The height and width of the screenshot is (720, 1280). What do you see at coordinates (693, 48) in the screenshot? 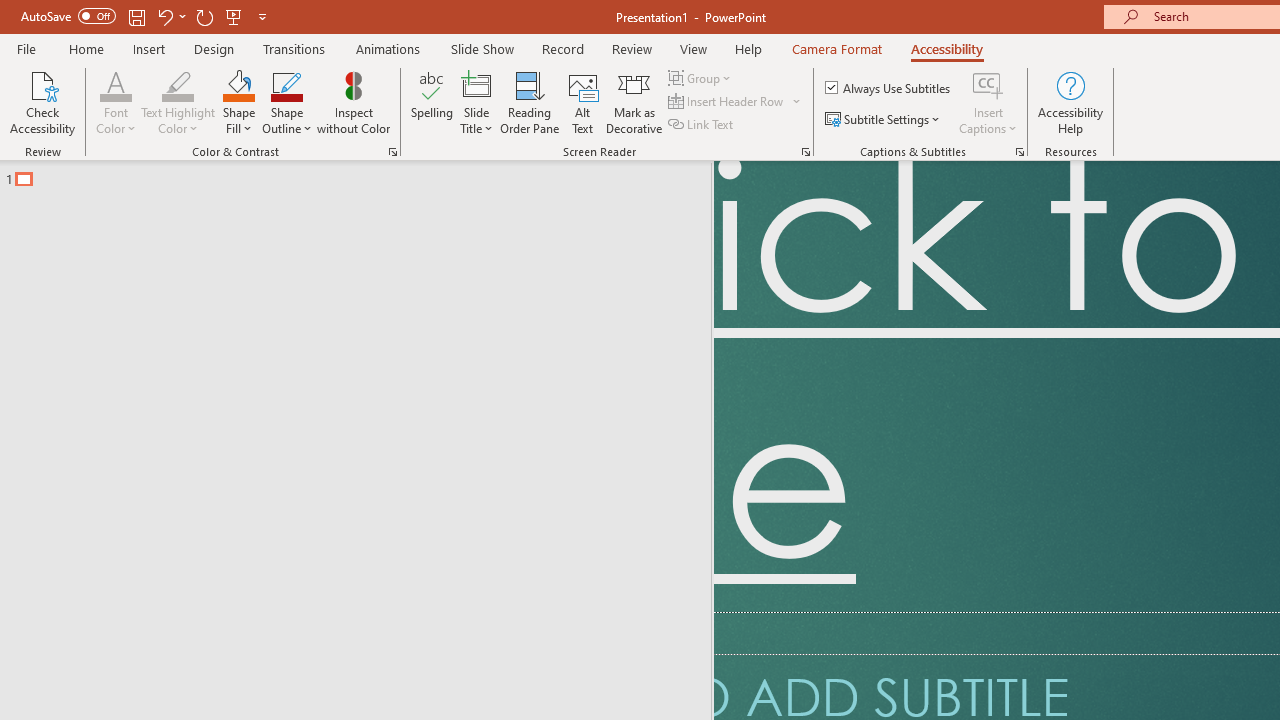
I see `'View'` at bounding box center [693, 48].